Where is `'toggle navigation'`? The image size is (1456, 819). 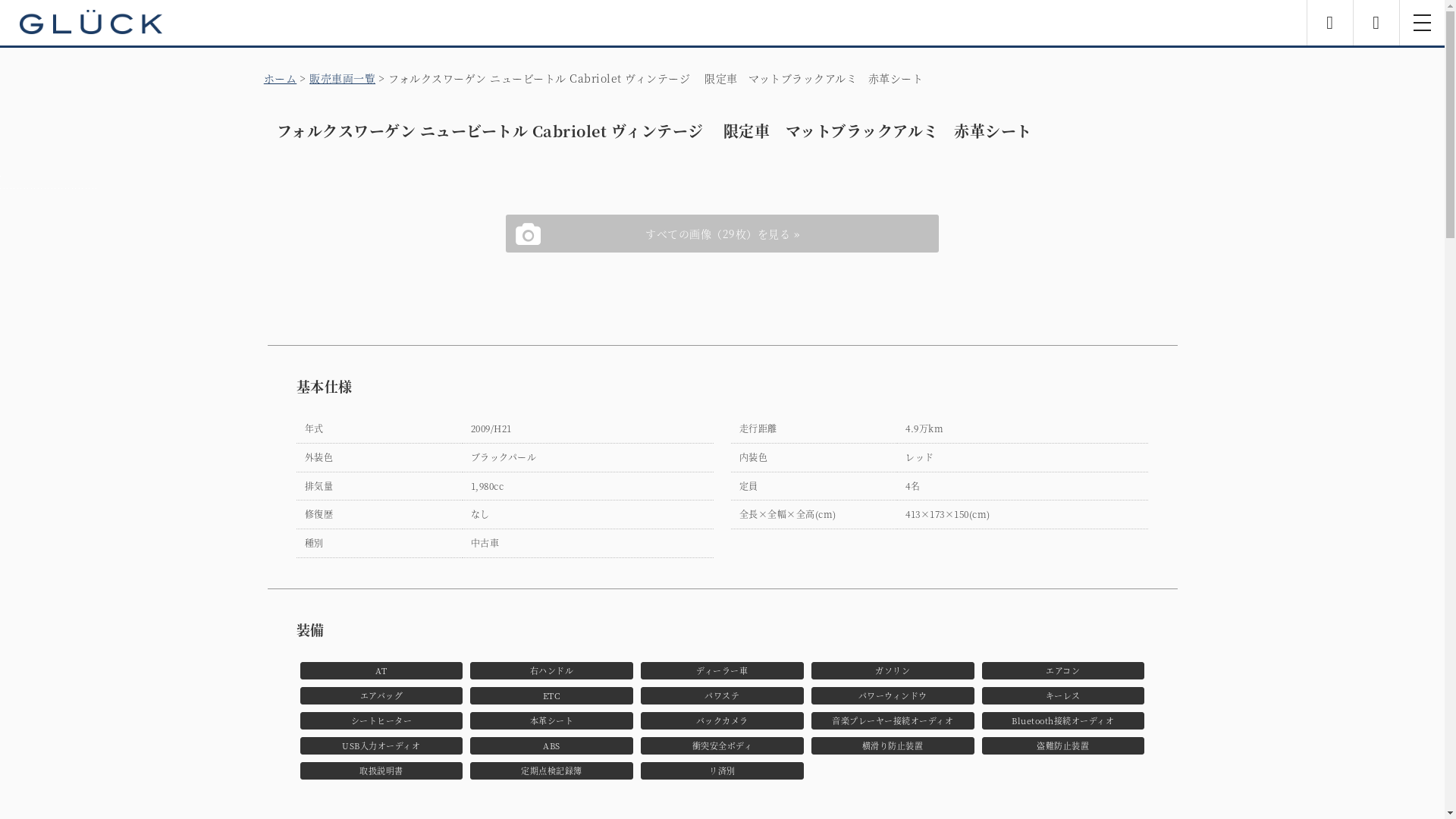
'toggle navigation' is located at coordinates (1421, 23).